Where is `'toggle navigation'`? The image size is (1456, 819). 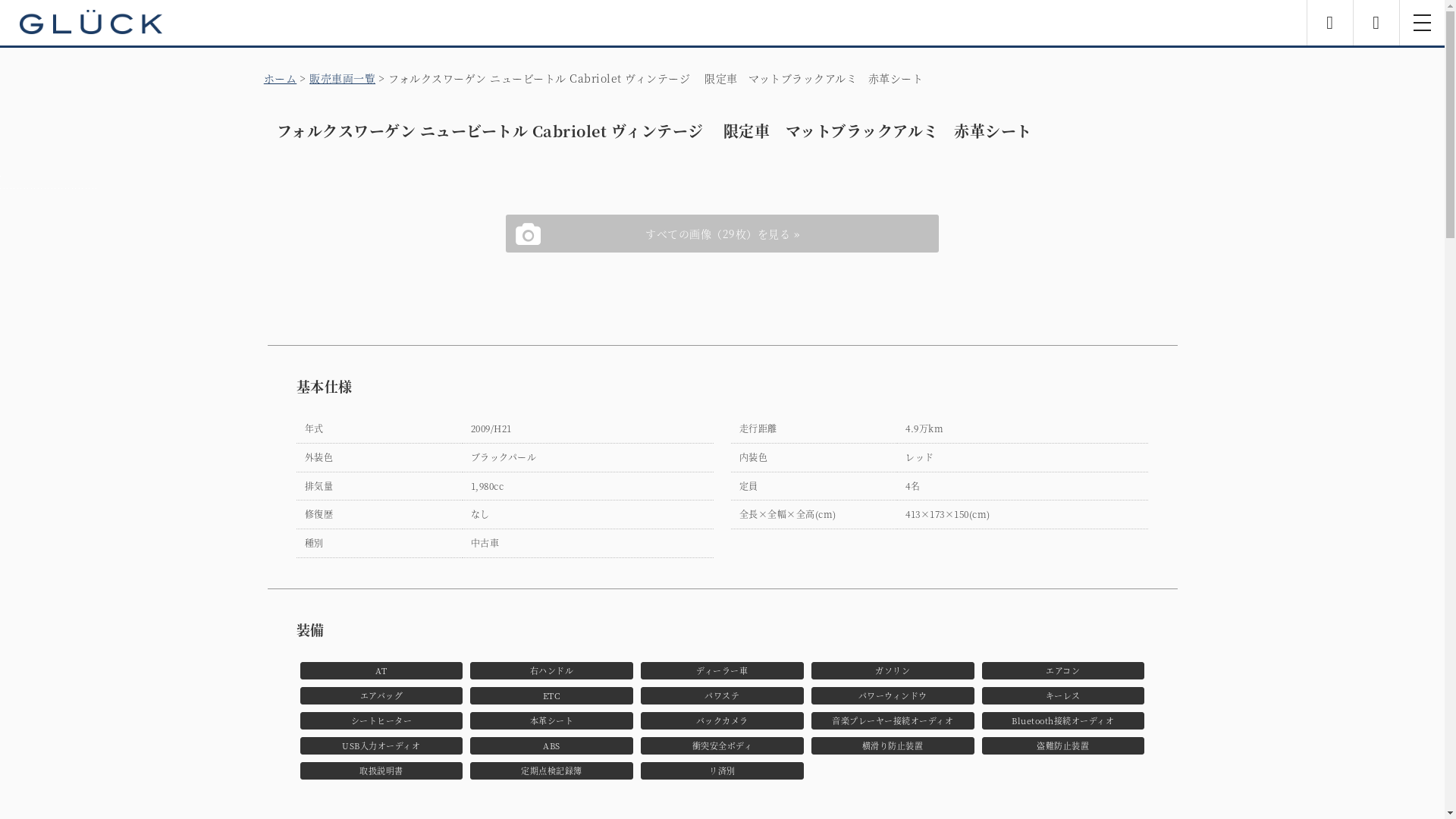
'toggle navigation' is located at coordinates (1421, 23).